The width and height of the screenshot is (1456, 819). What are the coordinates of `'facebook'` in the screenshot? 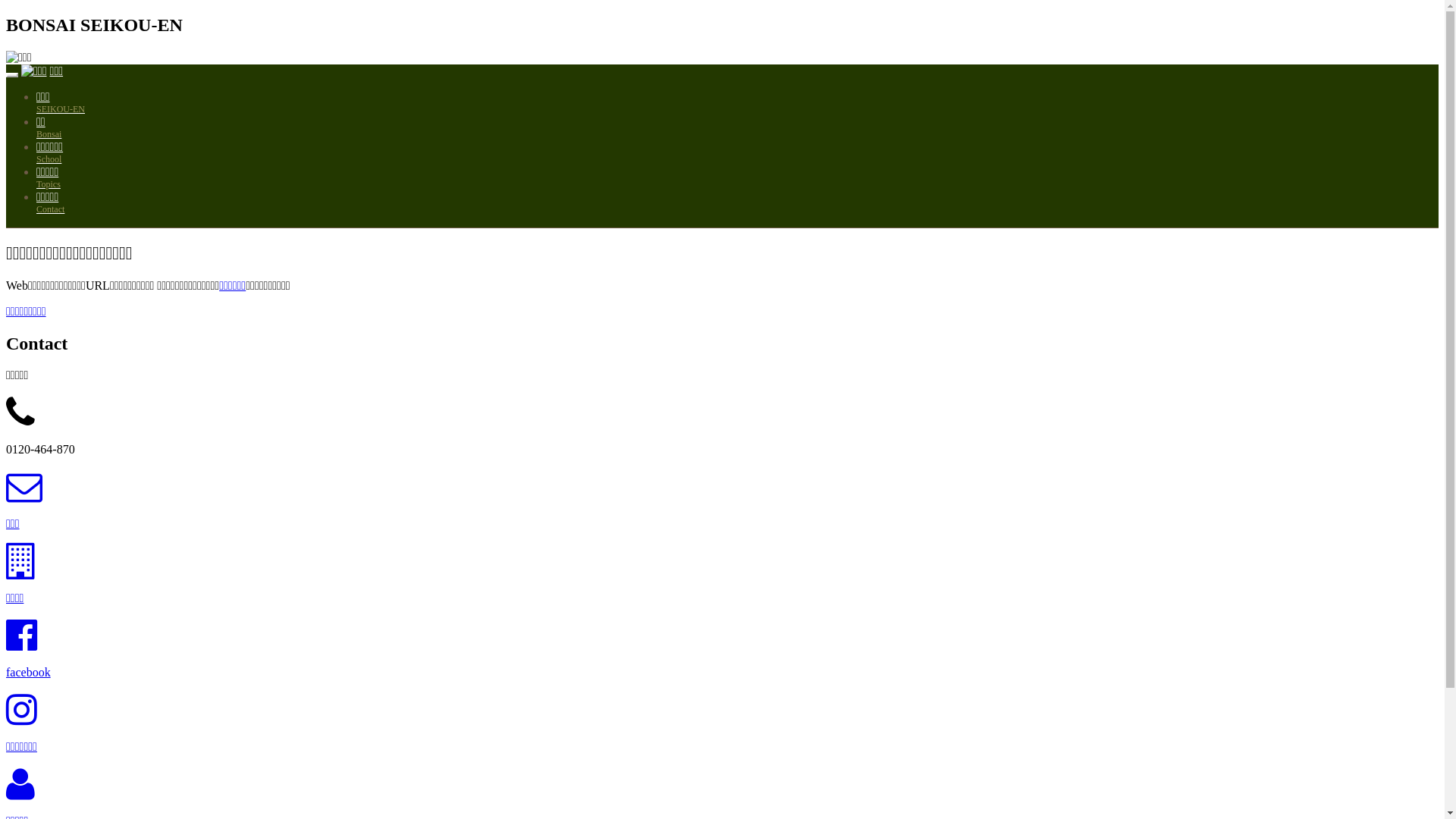 It's located at (28, 671).